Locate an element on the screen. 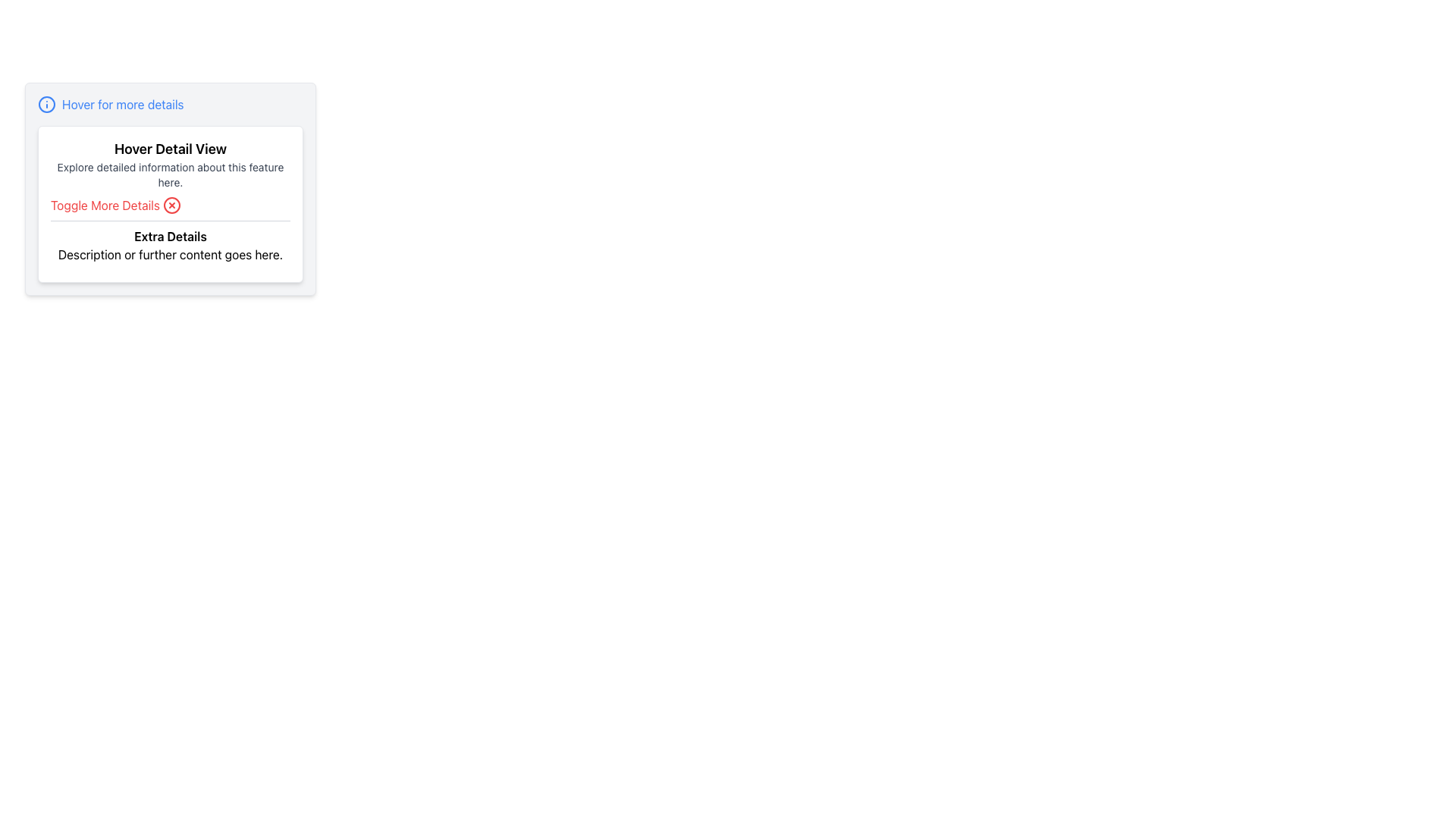  the text block reading 'Explore detailed information about this feature here.', which is styled in grey and positioned below the title 'Hover Detail View' is located at coordinates (171, 174).